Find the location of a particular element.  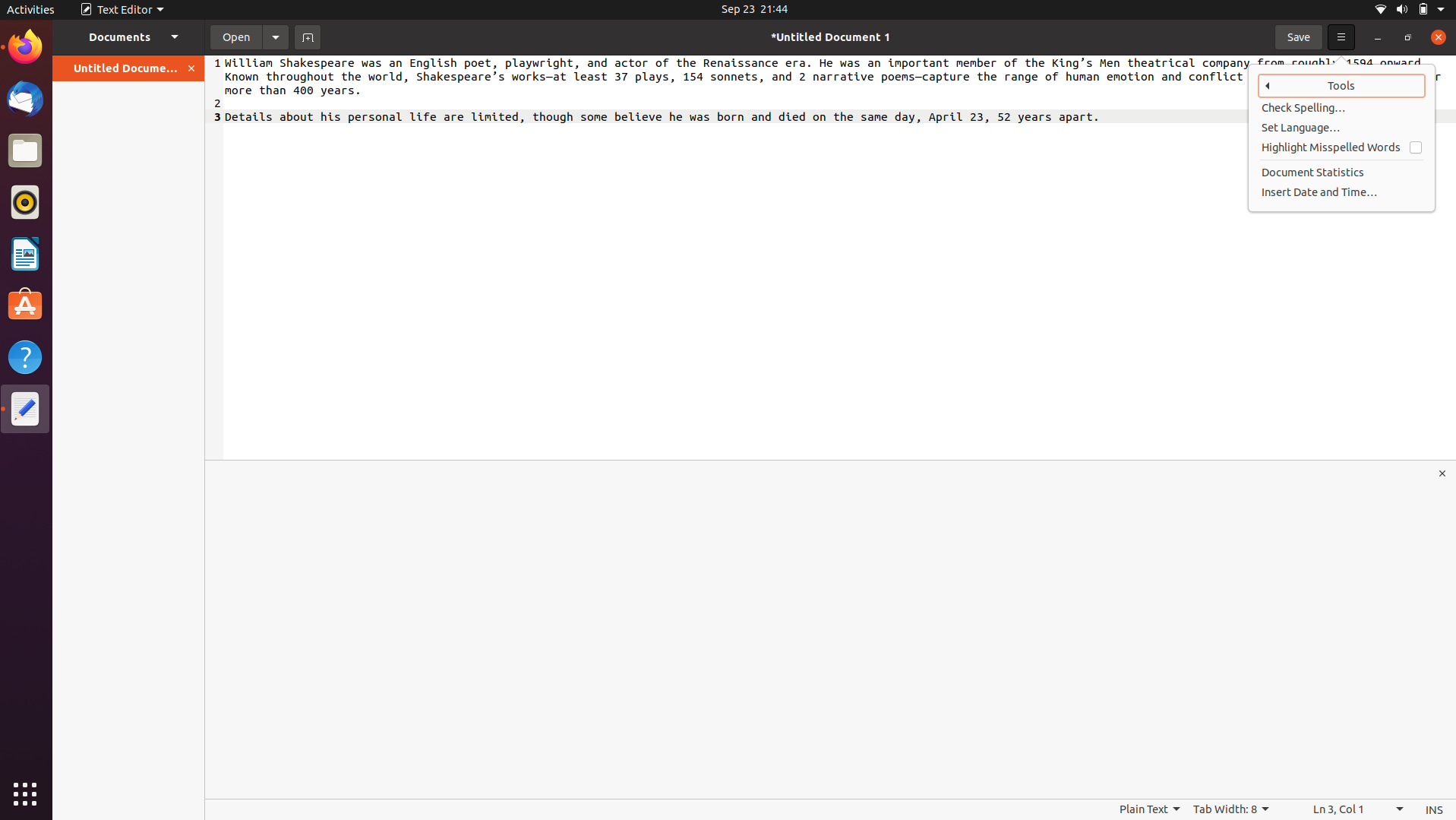

spell-check on the document is located at coordinates (1342, 108).